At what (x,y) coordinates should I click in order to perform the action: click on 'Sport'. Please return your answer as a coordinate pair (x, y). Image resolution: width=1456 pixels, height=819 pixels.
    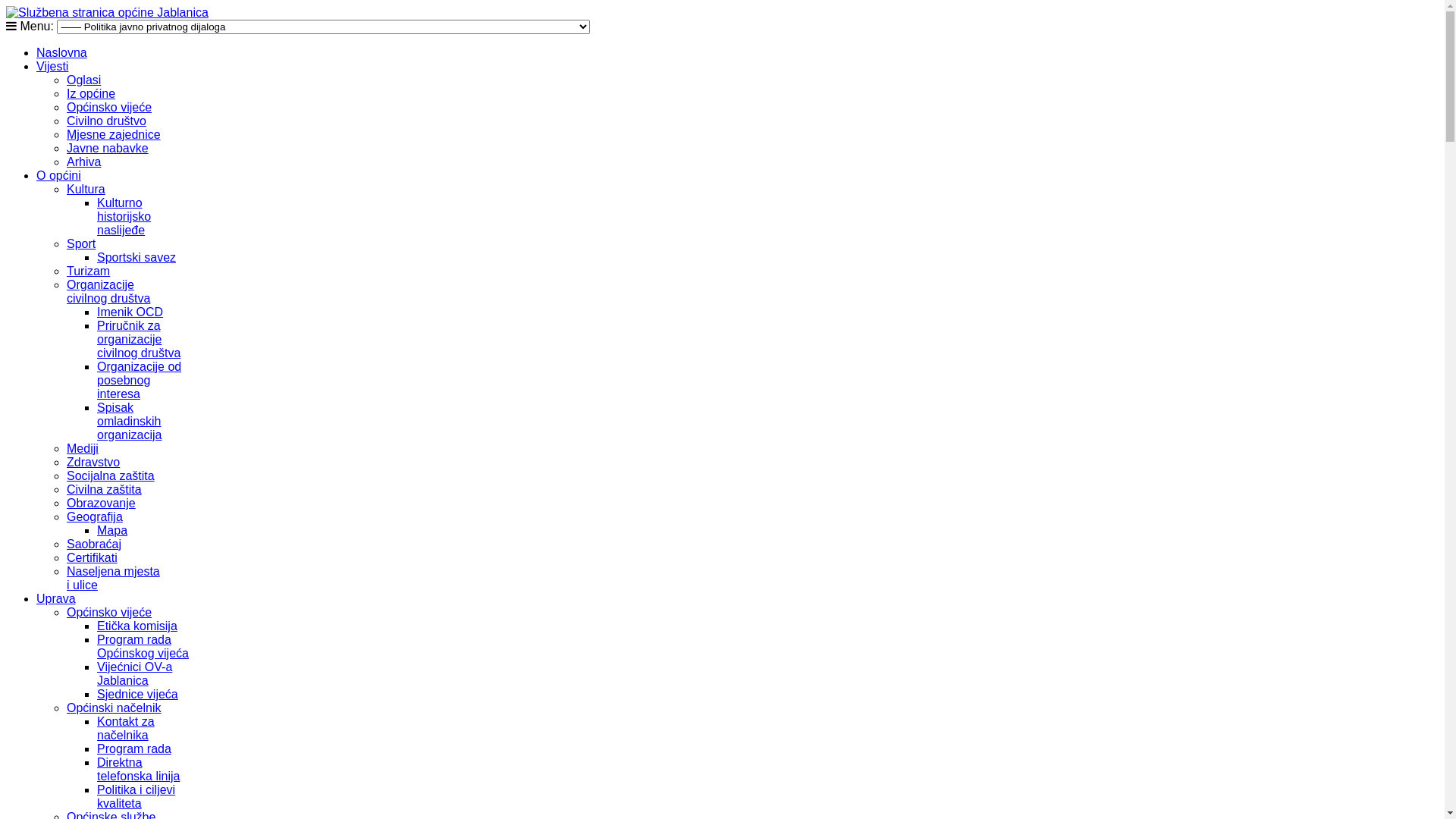
    Looking at the image, I should click on (80, 243).